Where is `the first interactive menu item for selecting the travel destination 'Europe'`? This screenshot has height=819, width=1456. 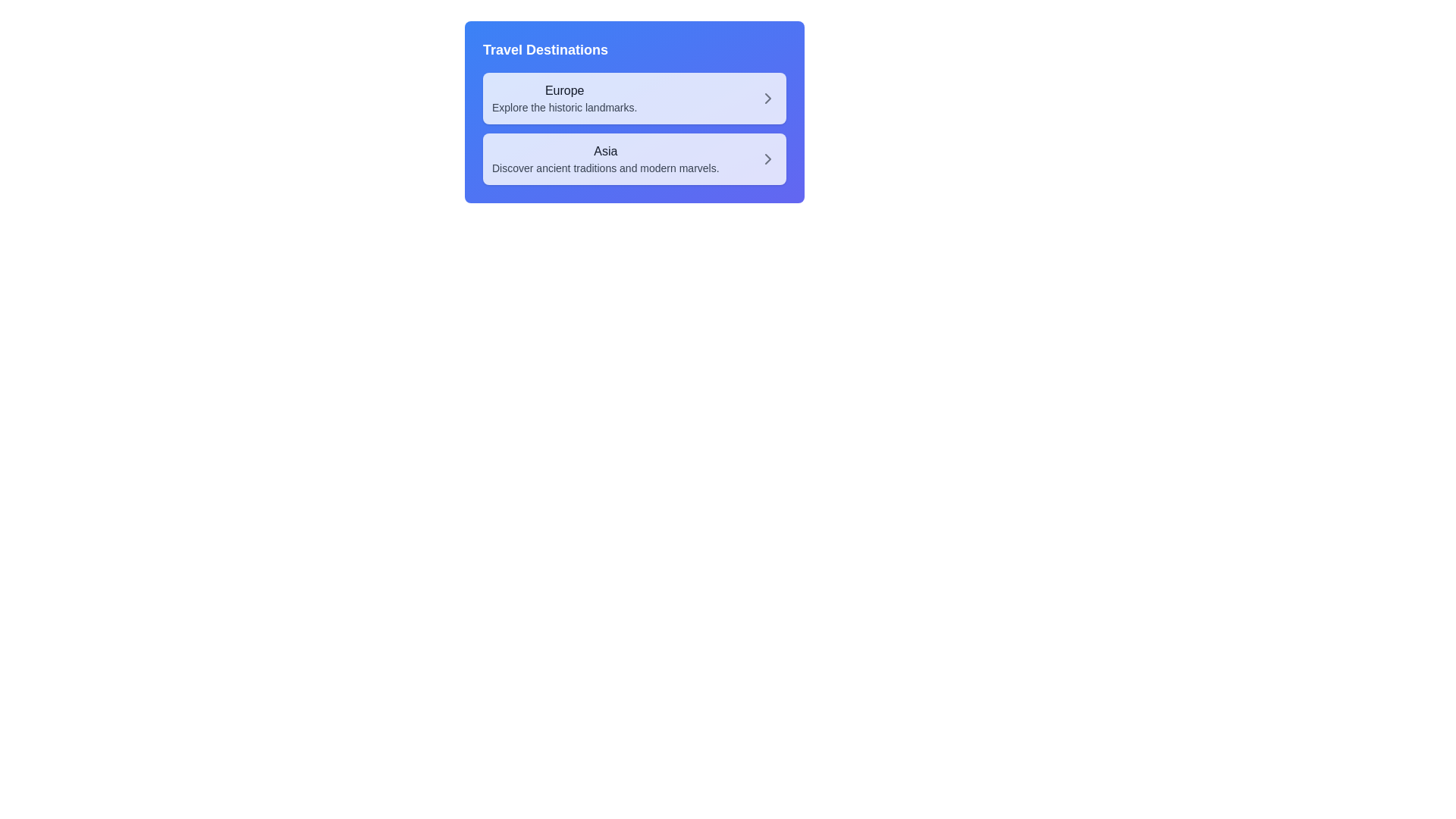 the first interactive menu item for selecting the travel destination 'Europe' is located at coordinates (634, 99).